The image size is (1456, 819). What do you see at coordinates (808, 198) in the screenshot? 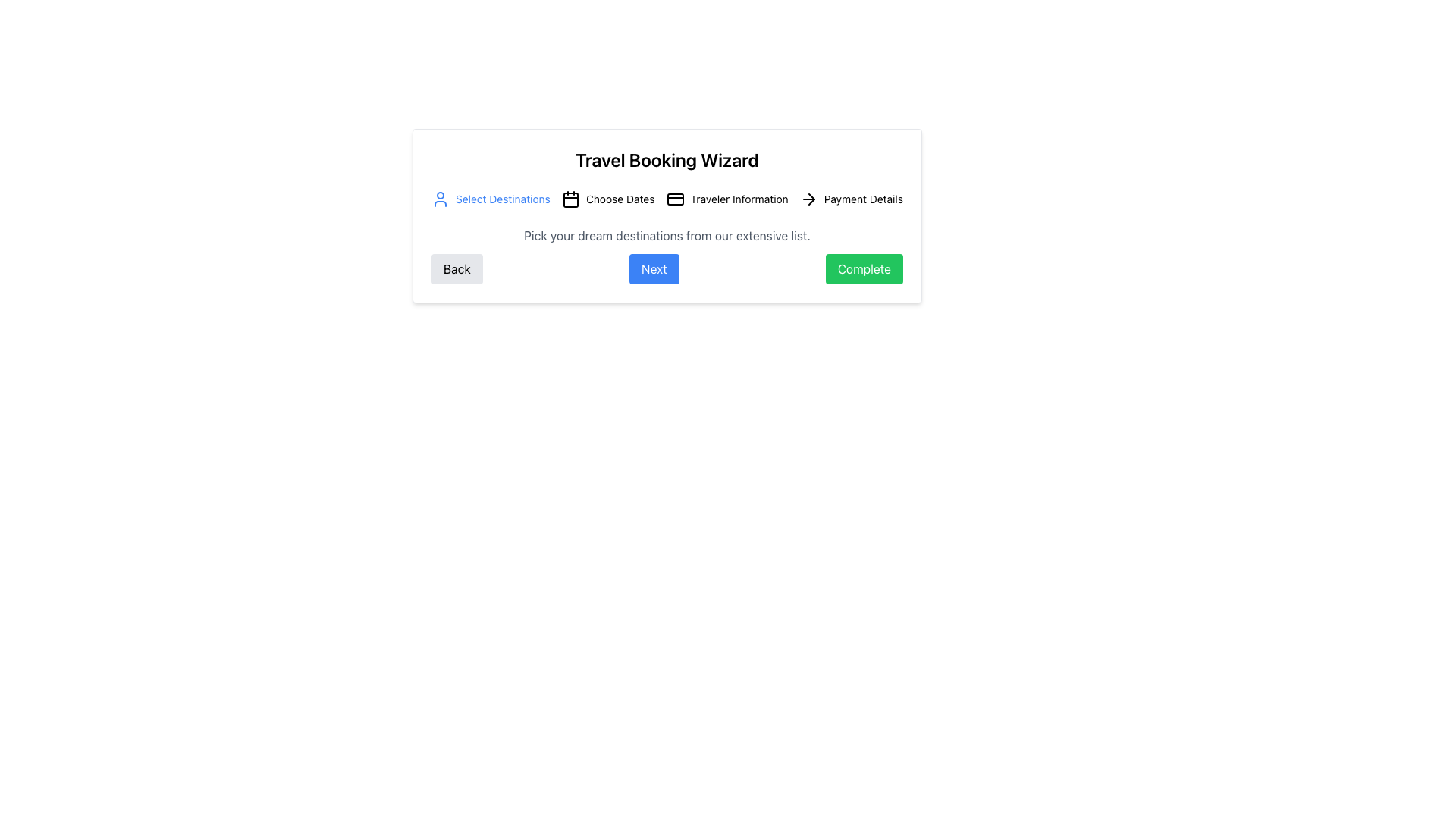
I see `the icon resembling a right-pointing arrow that is positioned to the left of the 'Payment Details' text, indicating progression or navigation` at bounding box center [808, 198].